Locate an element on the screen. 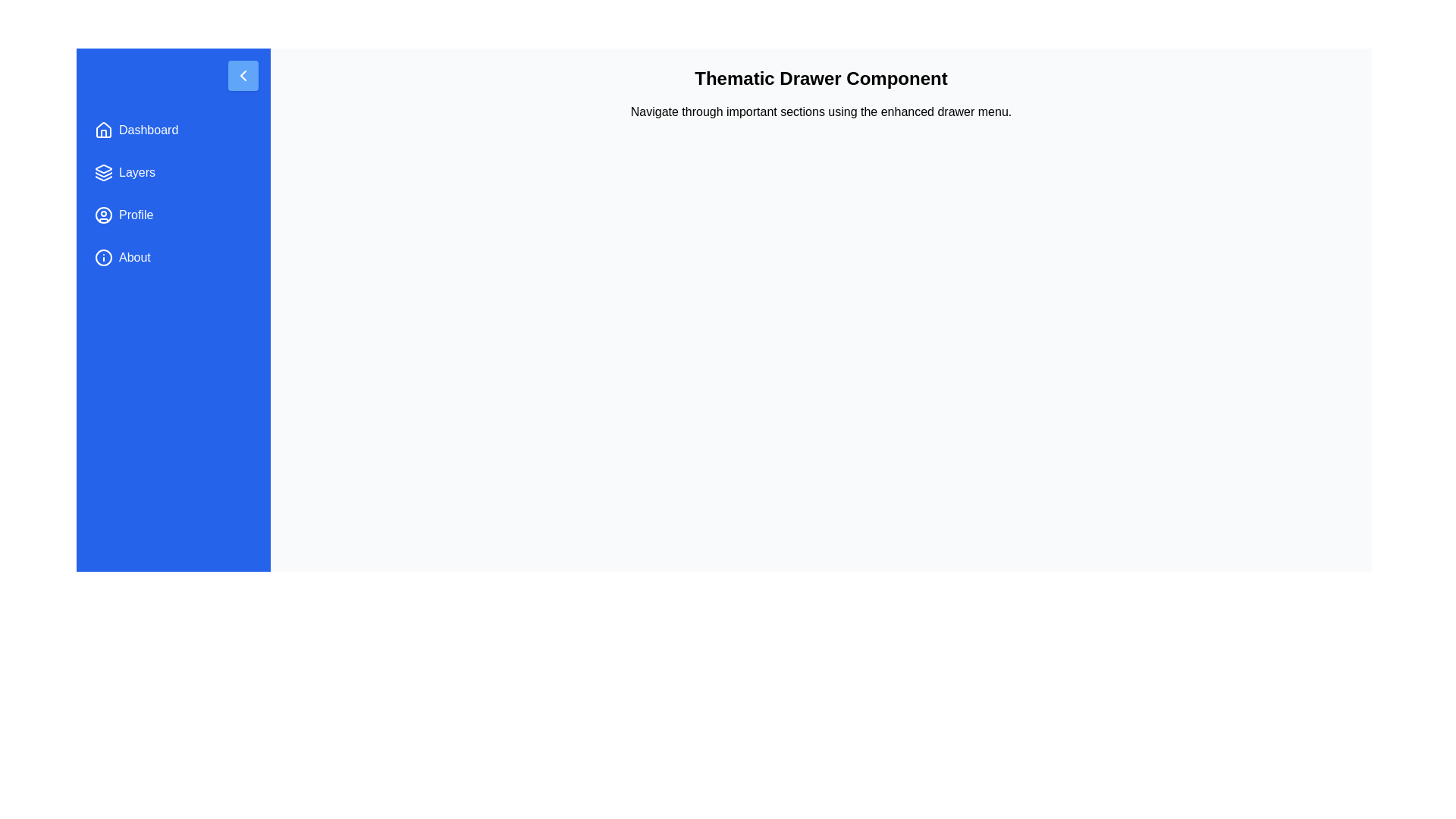 The image size is (1456, 819). the menu item labeled Profile is located at coordinates (174, 215).